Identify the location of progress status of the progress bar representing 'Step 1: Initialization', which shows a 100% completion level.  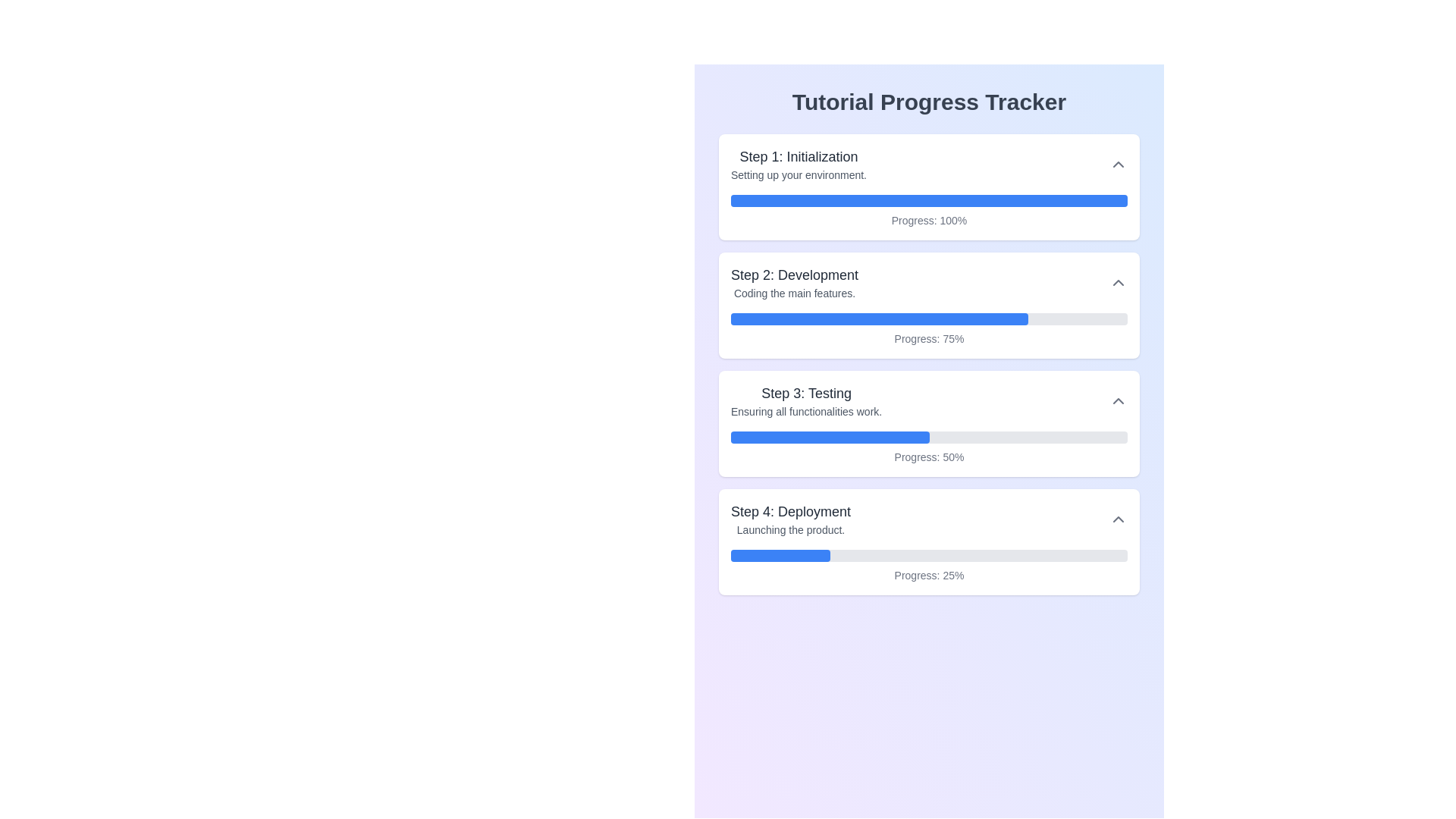
(928, 211).